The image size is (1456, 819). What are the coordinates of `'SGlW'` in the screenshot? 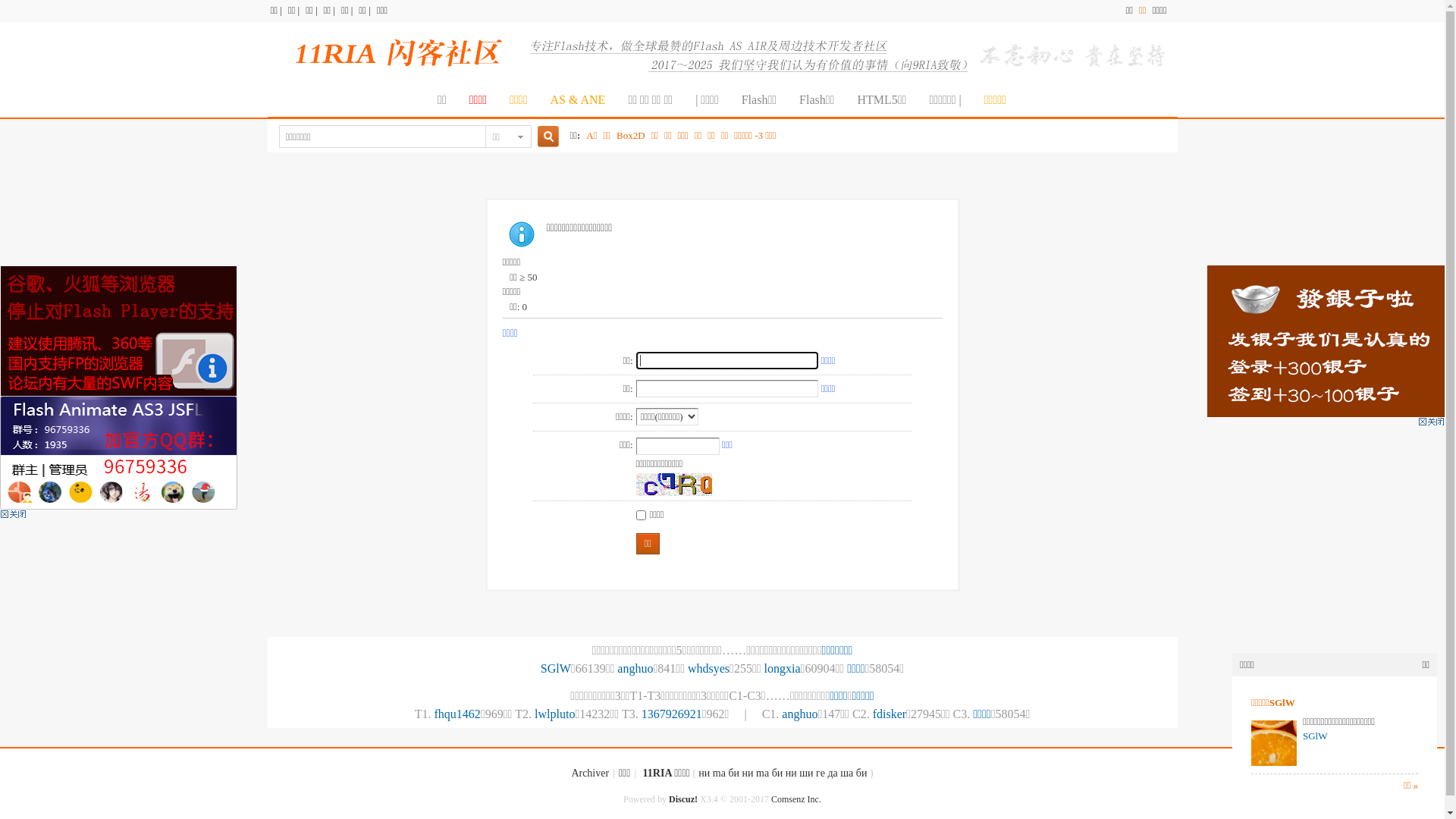 It's located at (555, 667).